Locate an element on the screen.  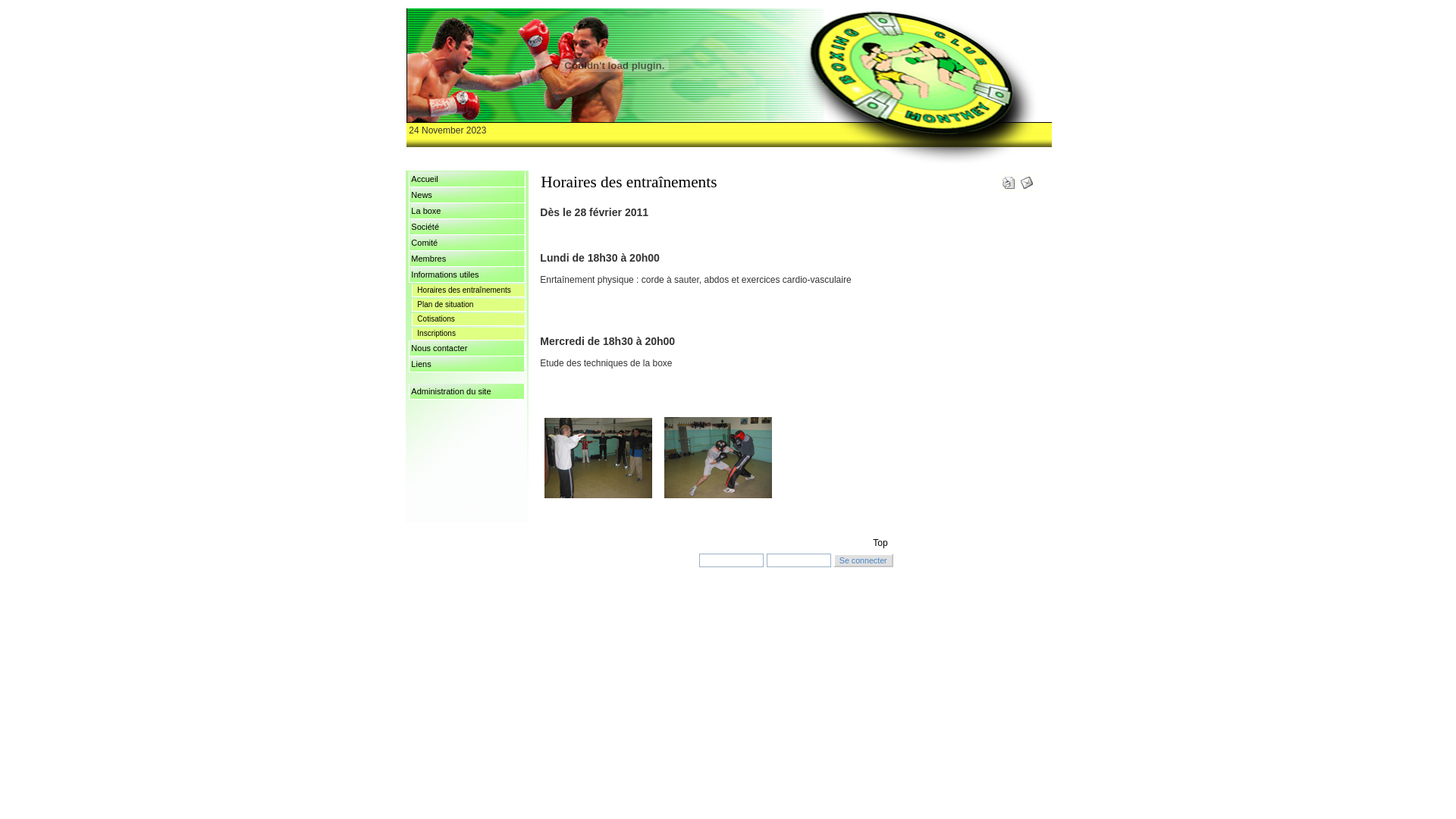
'Administration du site' is located at coordinates (466, 391).